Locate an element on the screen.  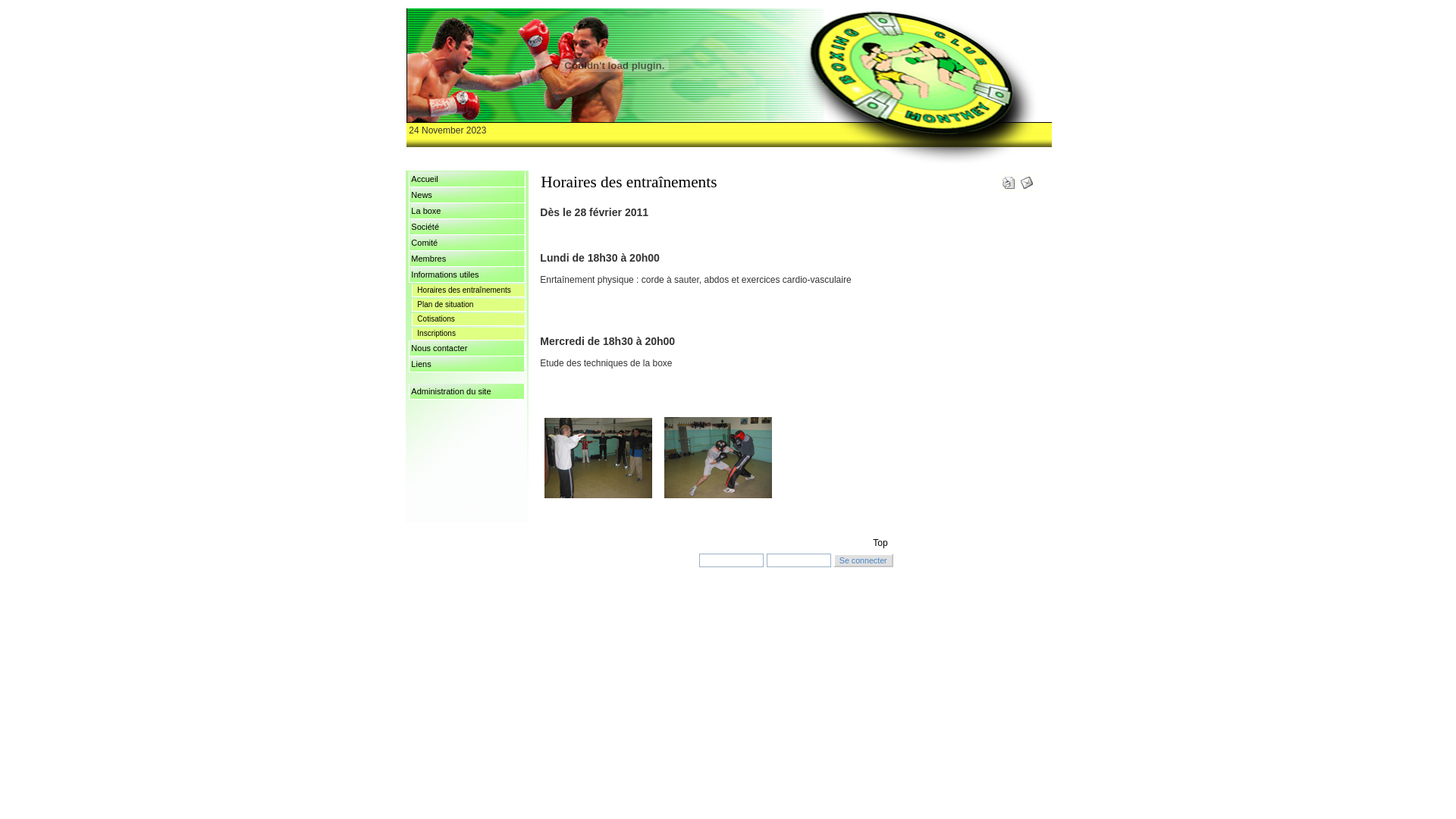
'Administration du site' is located at coordinates (466, 391).